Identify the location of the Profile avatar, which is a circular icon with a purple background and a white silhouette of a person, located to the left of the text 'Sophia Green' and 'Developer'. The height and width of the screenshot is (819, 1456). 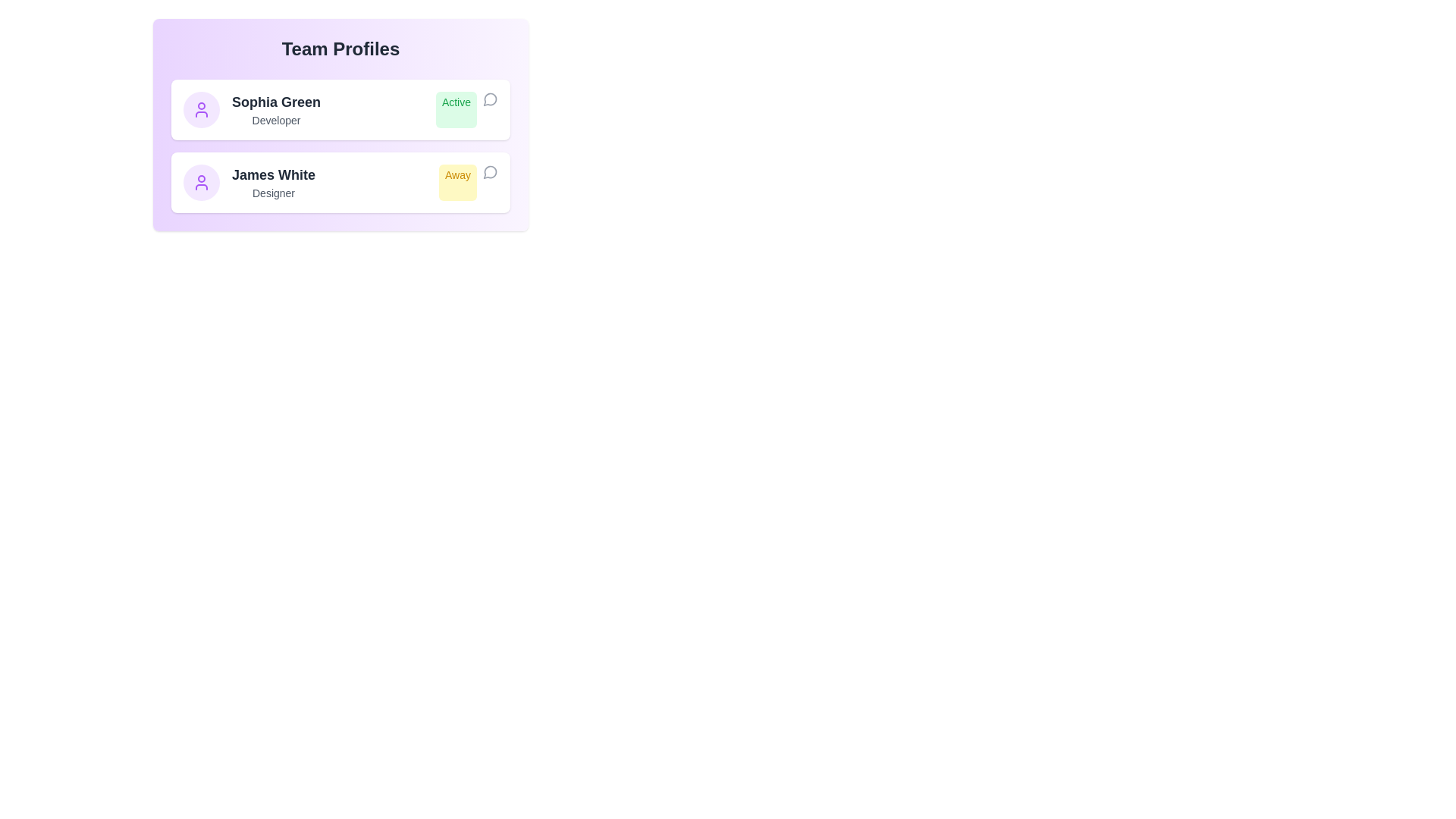
(200, 109).